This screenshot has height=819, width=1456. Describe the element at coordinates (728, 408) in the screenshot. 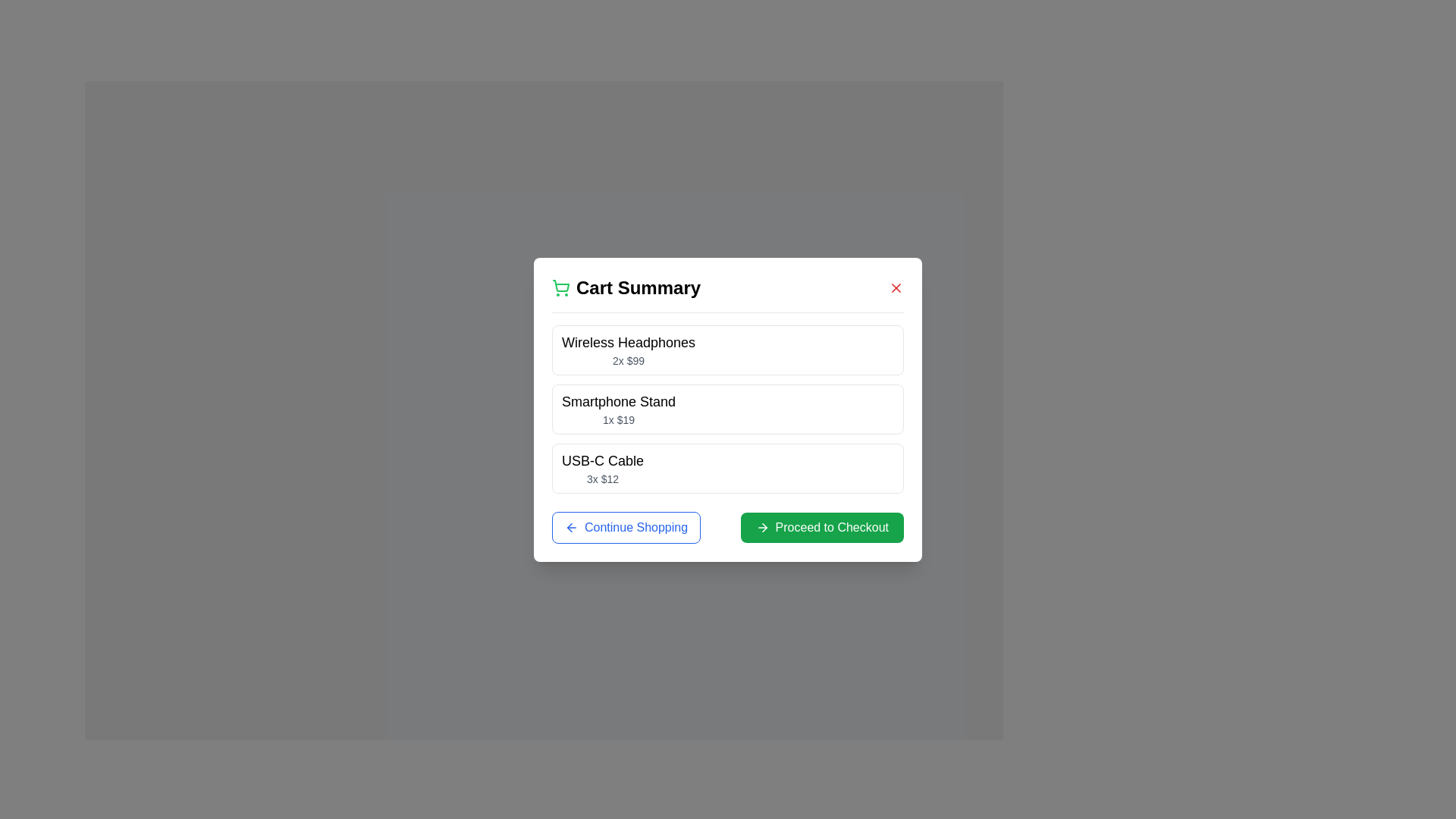

I see `the product information list item labeled 'Smartphone Stand' which displays '1x $19' in the 'Cart Summary'` at that location.